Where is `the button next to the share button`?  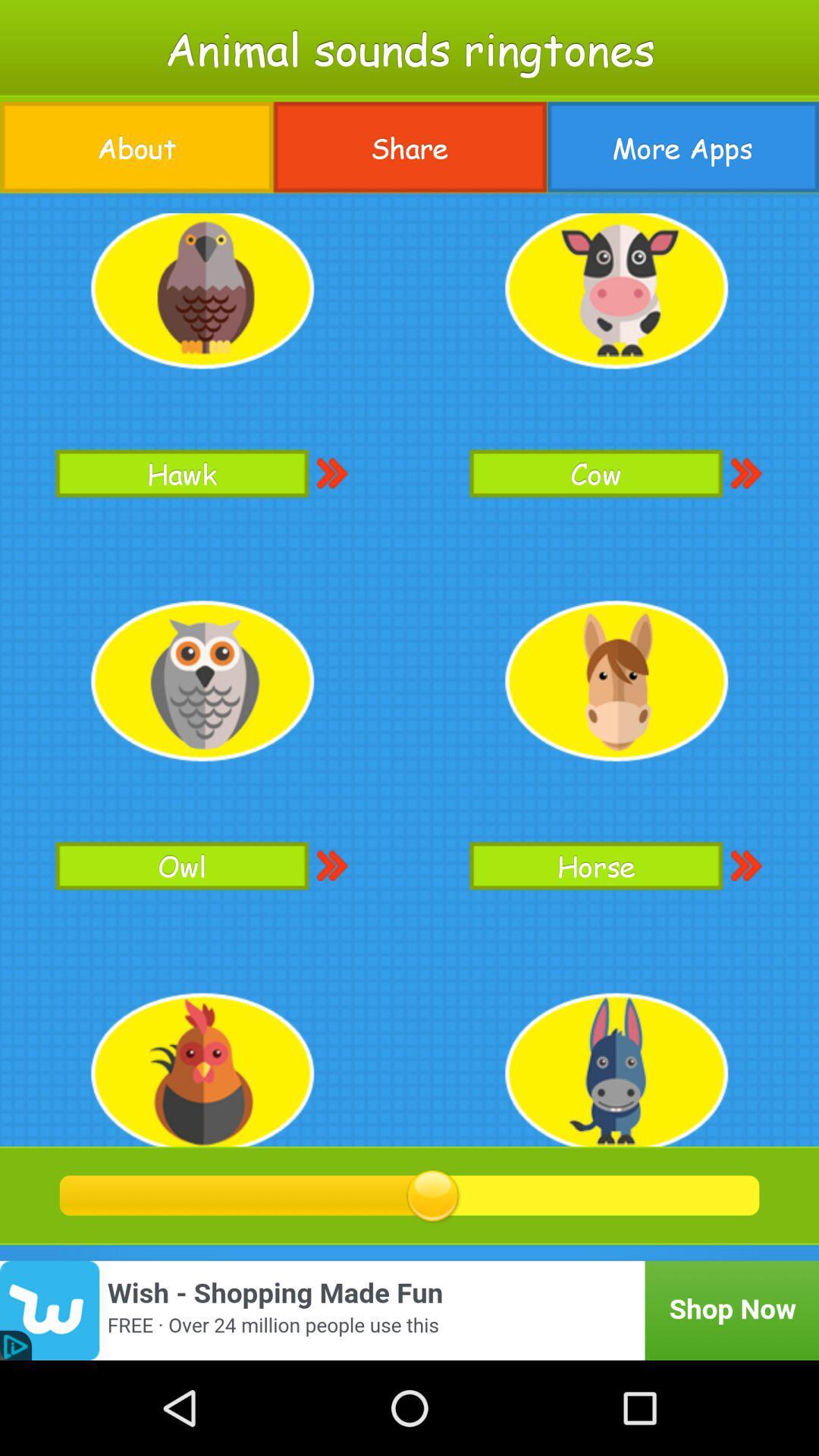
the button next to the share button is located at coordinates (682, 147).